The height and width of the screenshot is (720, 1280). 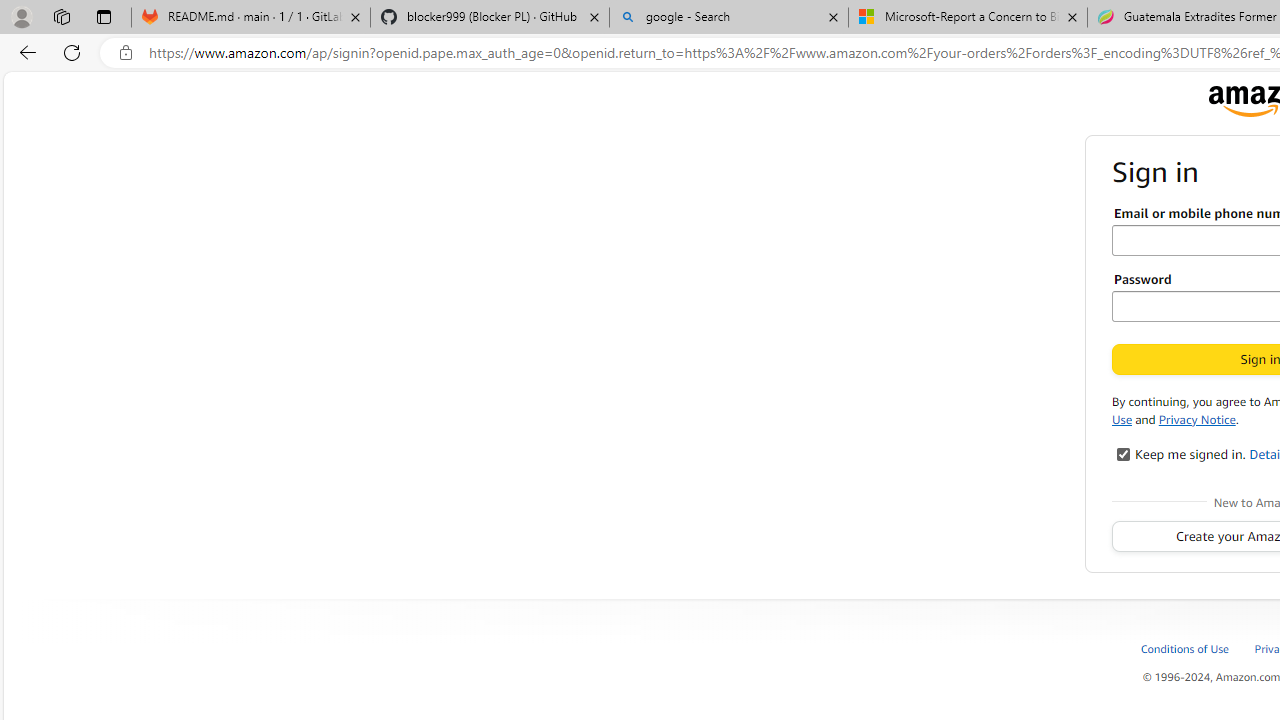 What do you see at coordinates (1123, 453) in the screenshot?
I see `'Keep me signed in. Details'` at bounding box center [1123, 453].